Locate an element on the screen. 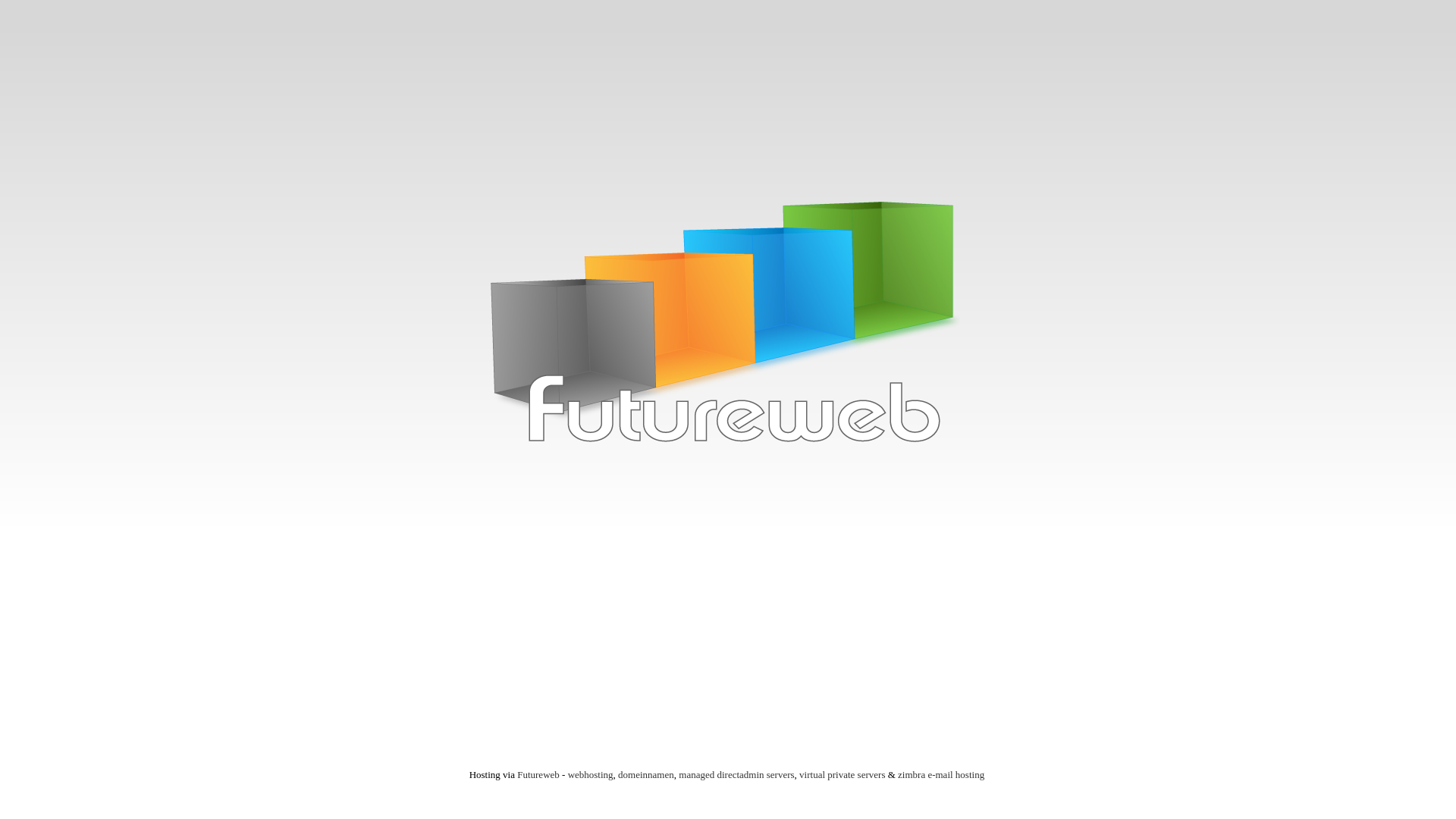 The height and width of the screenshot is (819, 1456). 'managed directadmin servers' is located at coordinates (736, 774).